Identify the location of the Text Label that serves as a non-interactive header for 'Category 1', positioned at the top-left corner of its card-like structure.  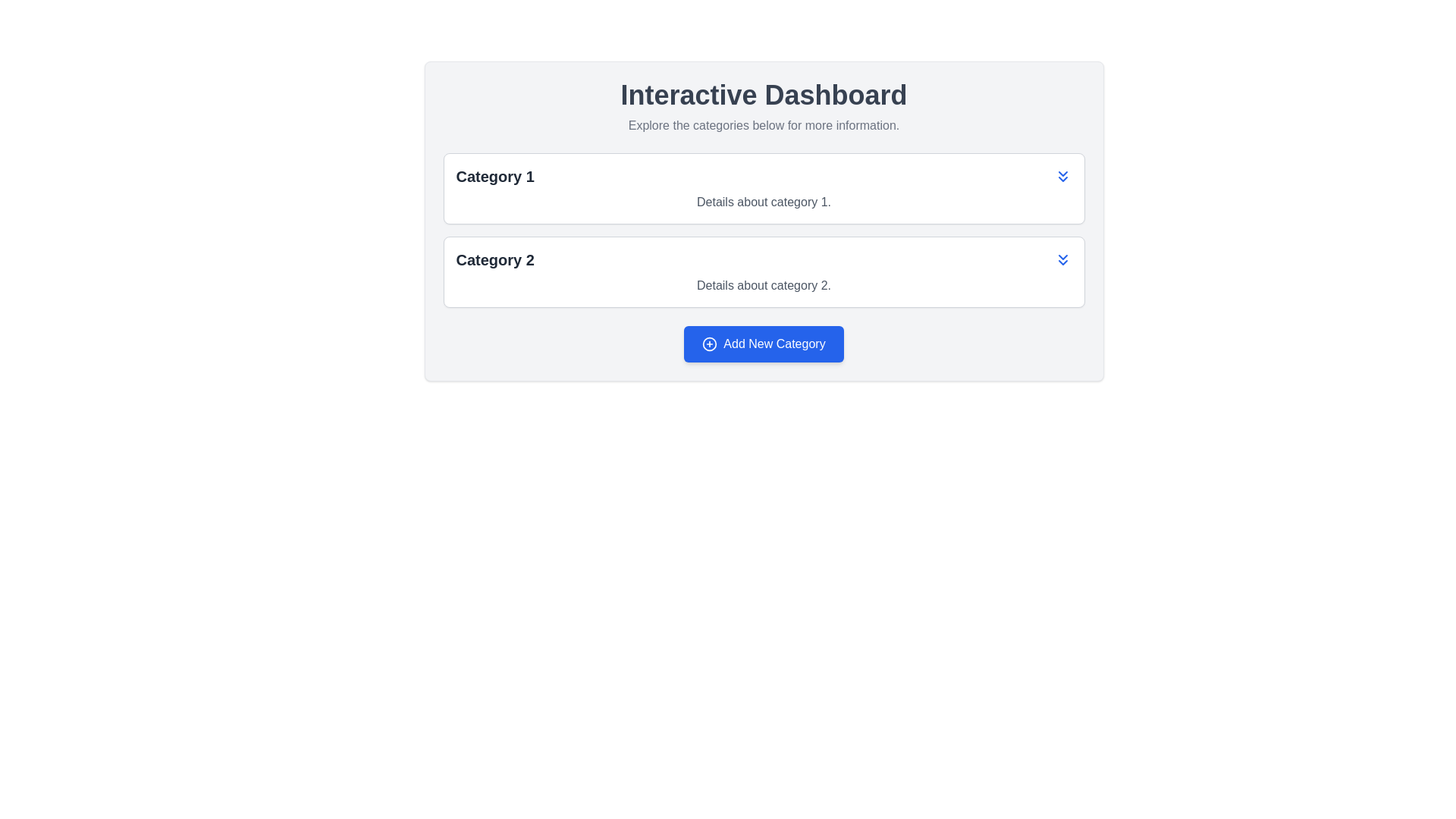
(495, 175).